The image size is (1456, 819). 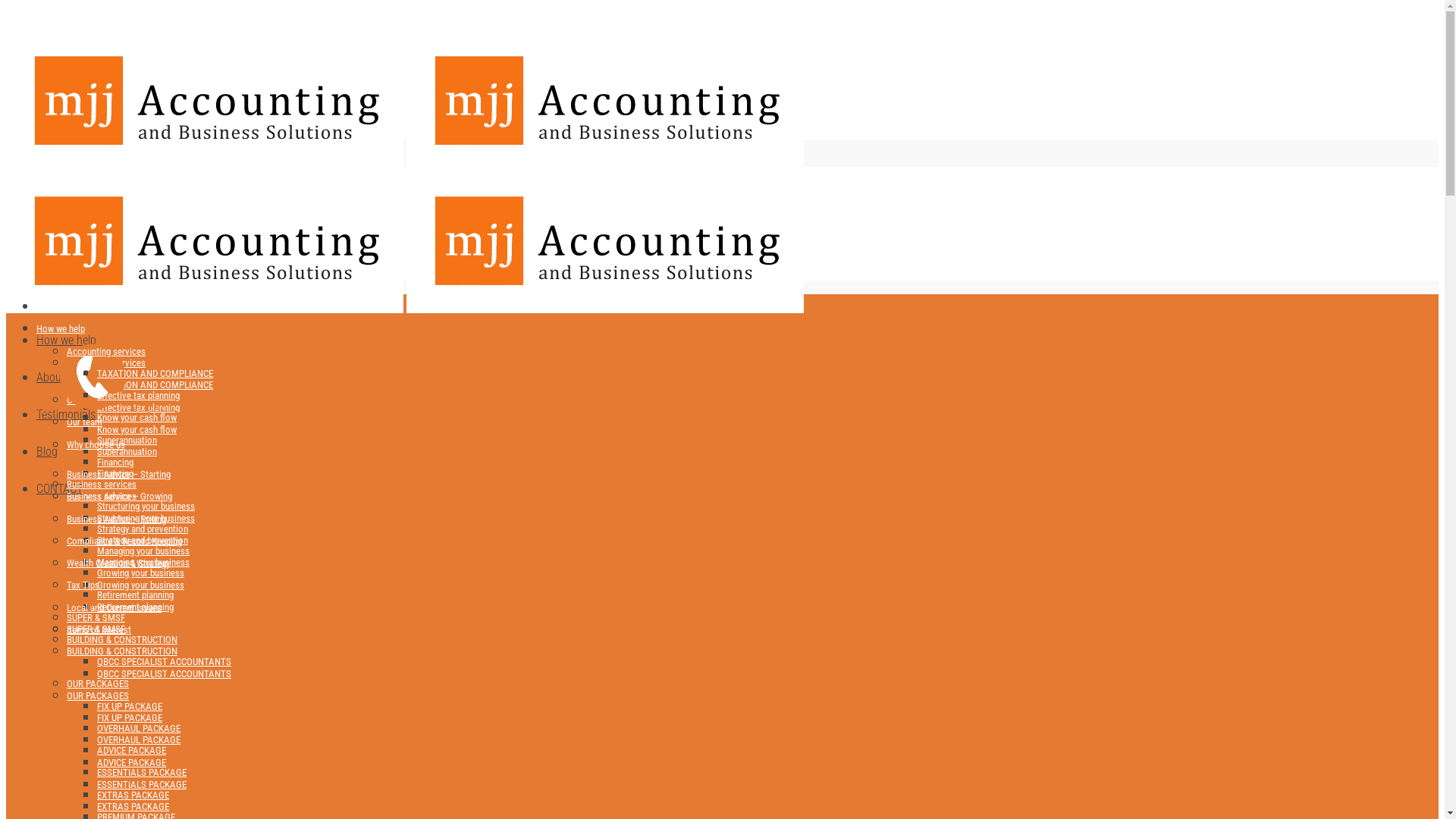 What do you see at coordinates (124, 540) in the screenshot?
I see `'Compliance & Record Keeping'` at bounding box center [124, 540].